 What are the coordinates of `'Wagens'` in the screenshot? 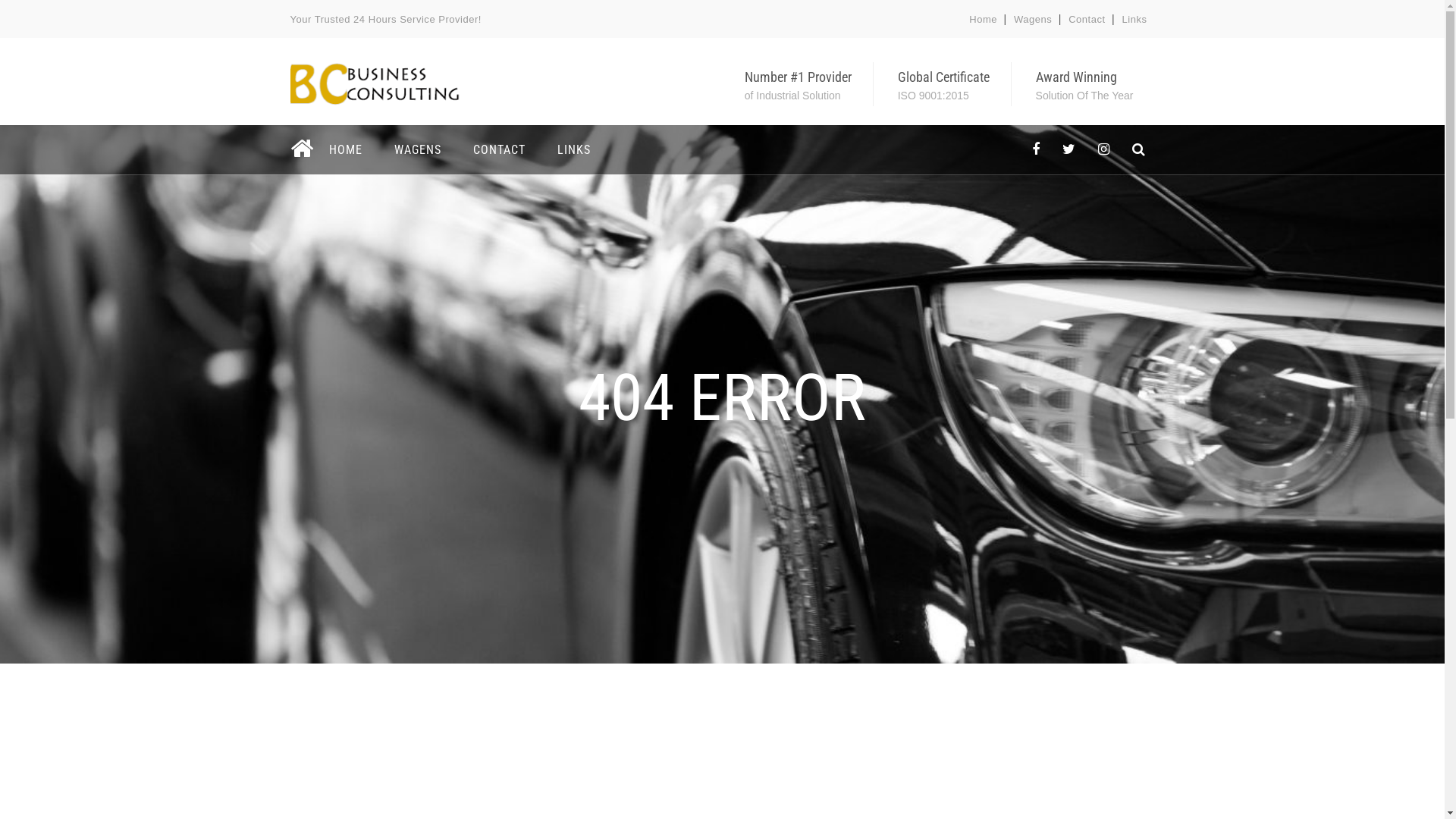 It's located at (1032, 19).